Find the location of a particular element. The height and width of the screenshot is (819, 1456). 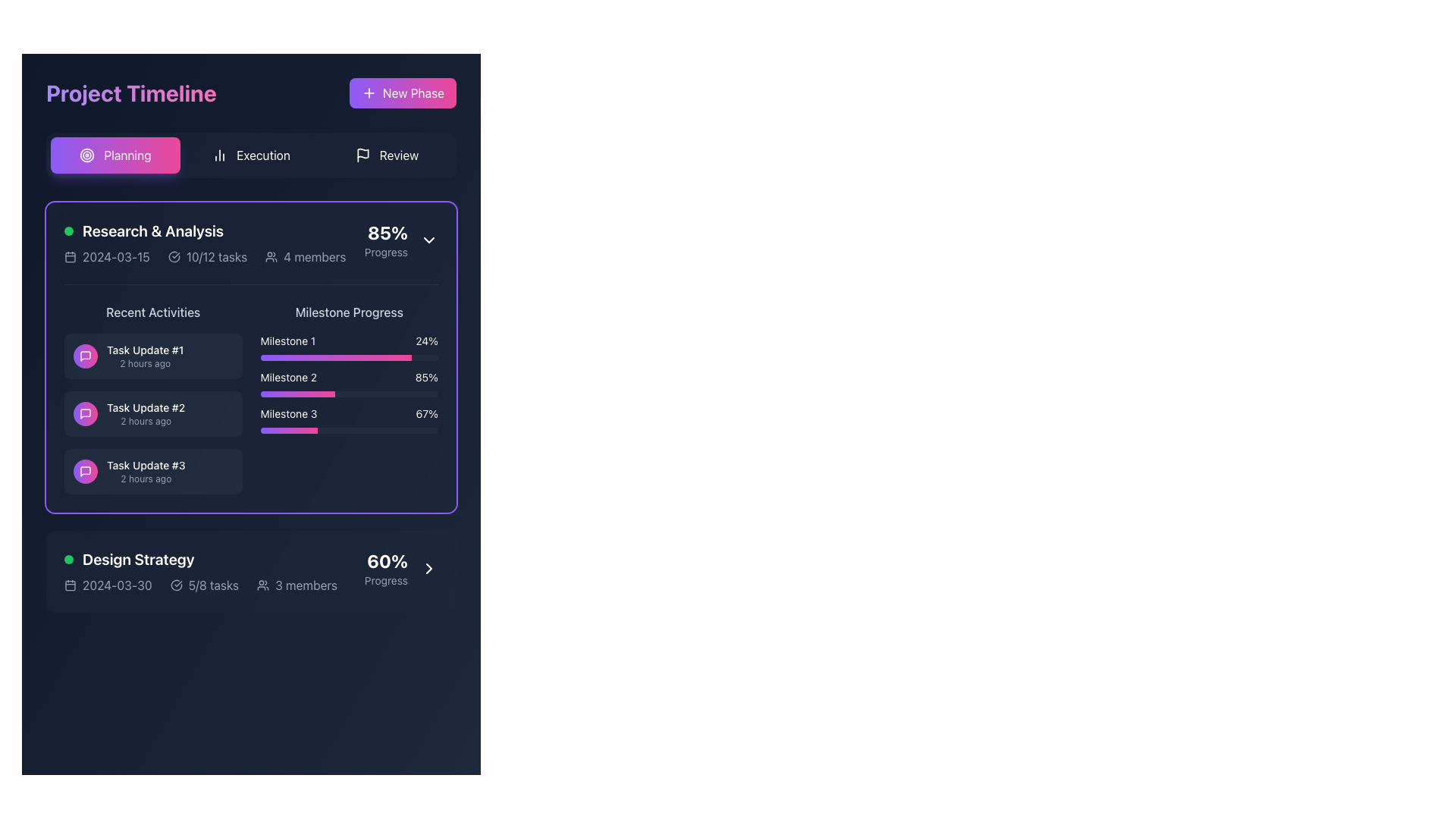

the informational display element titled 'Design Strategy' is located at coordinates (199, 571).